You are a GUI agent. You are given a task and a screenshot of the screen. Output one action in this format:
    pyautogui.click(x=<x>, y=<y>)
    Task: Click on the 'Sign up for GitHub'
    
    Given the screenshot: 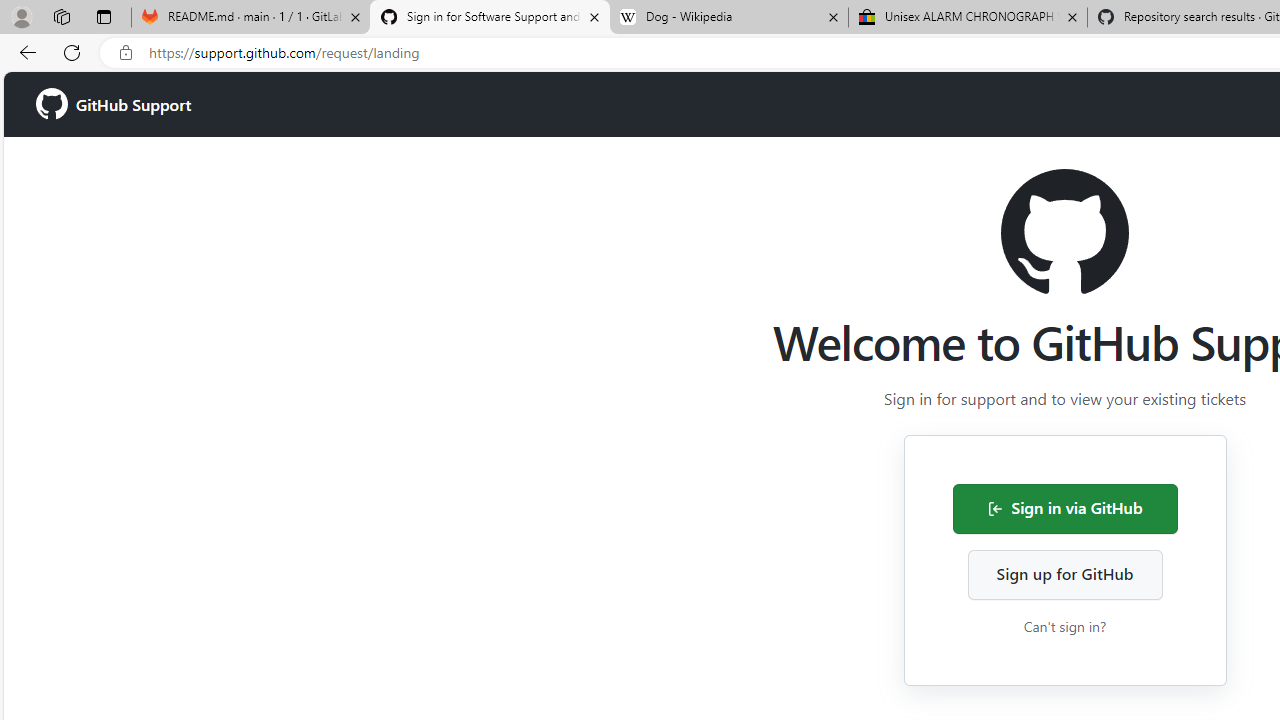 What is the action you would take?
    pyautogui.click(x=1063, y=574)
    